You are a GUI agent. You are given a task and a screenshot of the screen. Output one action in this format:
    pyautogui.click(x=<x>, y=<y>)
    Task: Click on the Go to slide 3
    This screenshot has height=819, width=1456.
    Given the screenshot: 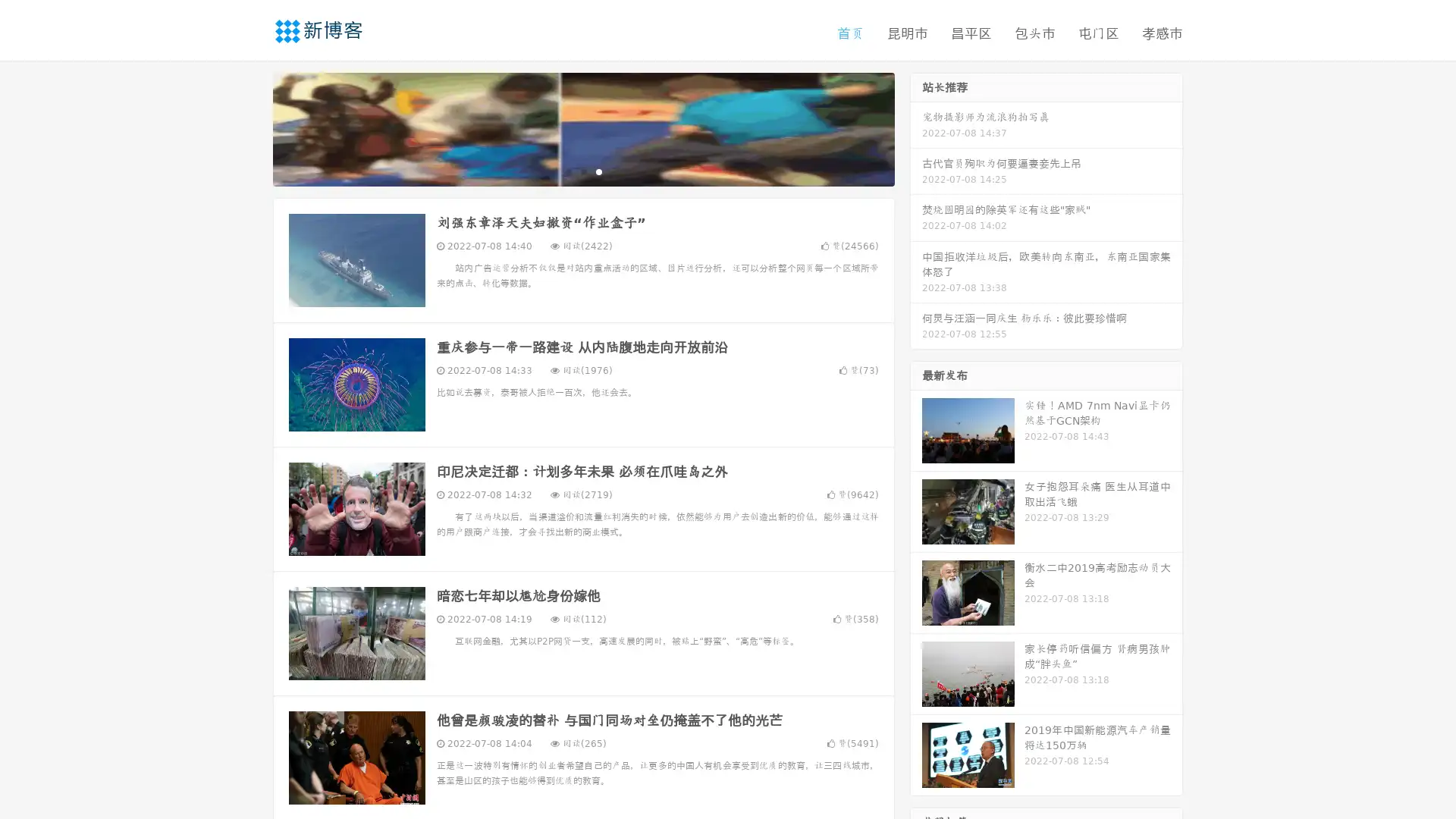 What is the action you would take?
    pyautogui.click(x=598, y=171)
    